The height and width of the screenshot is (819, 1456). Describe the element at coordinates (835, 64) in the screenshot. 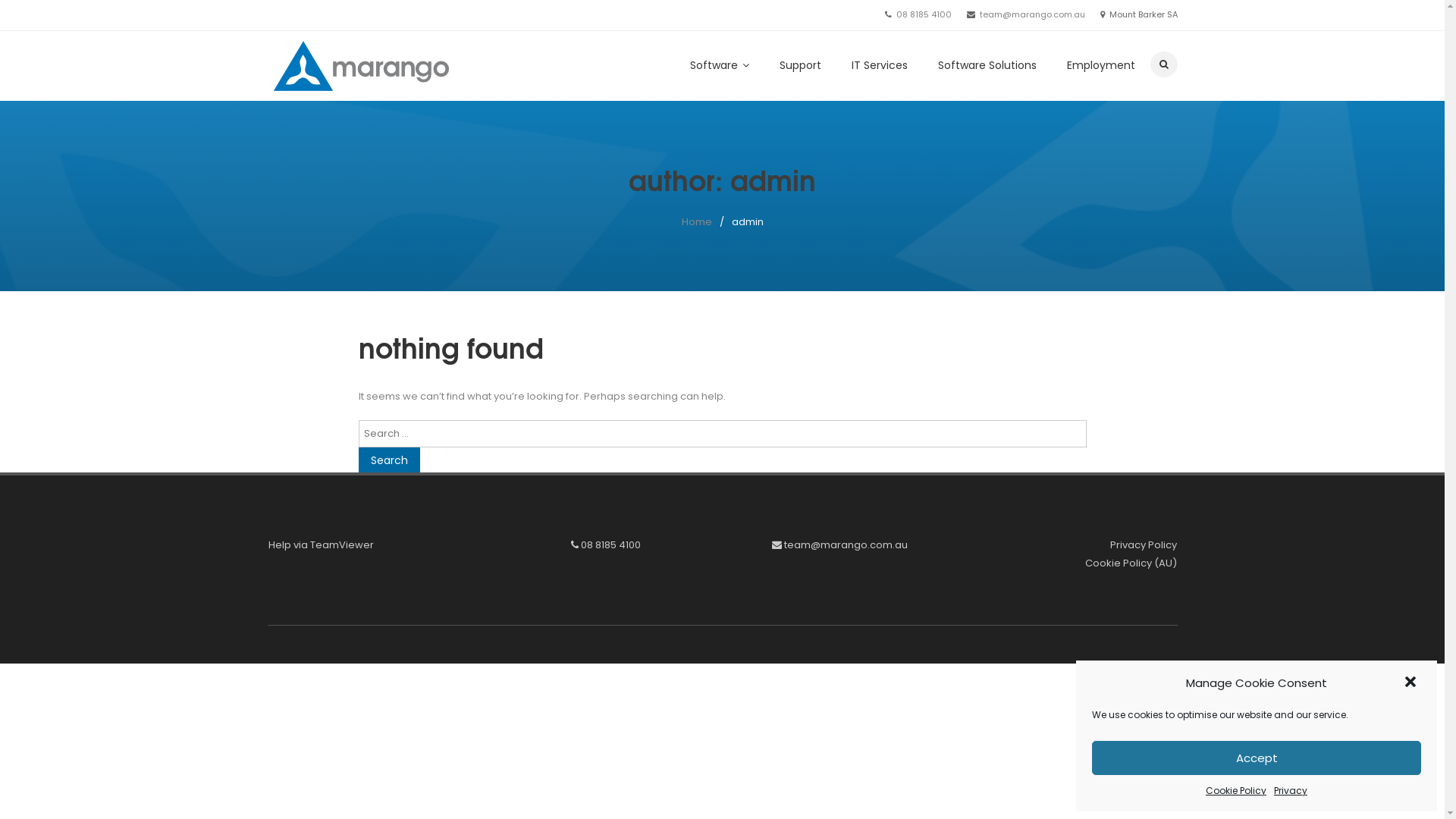

I see `'IT Services'` at that location.